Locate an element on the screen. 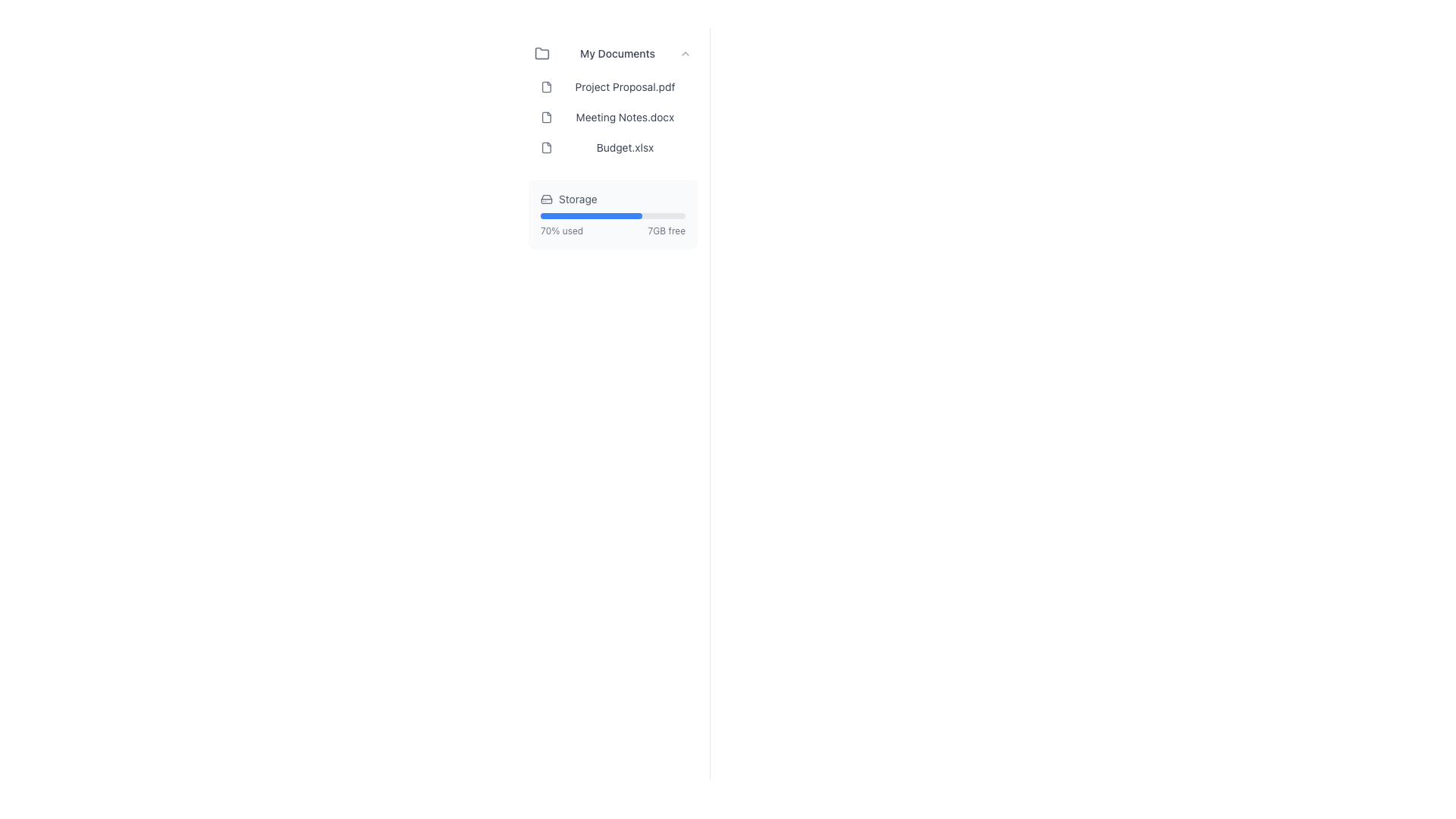 This screenshot has height=819, width=1456. the informational text label that shows the remaining free storage capacity, located at the bottom-right corner of the 'Storage' section, to the right of the '70% used' label is located at coordinates (667, 231).